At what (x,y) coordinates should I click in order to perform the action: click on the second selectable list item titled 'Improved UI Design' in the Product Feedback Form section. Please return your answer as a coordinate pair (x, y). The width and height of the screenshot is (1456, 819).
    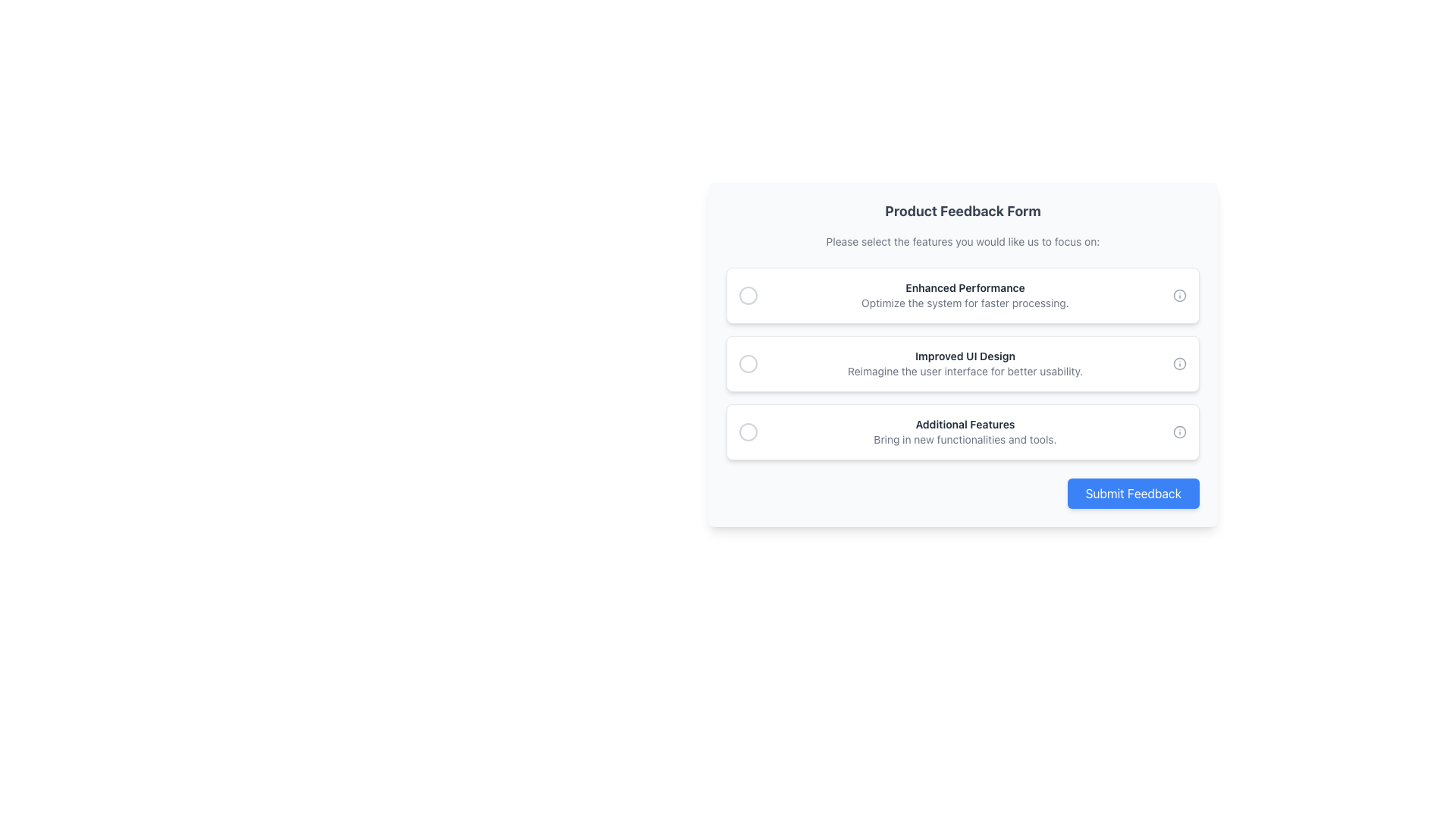
    Looking at the image, I should click on (962, 363).